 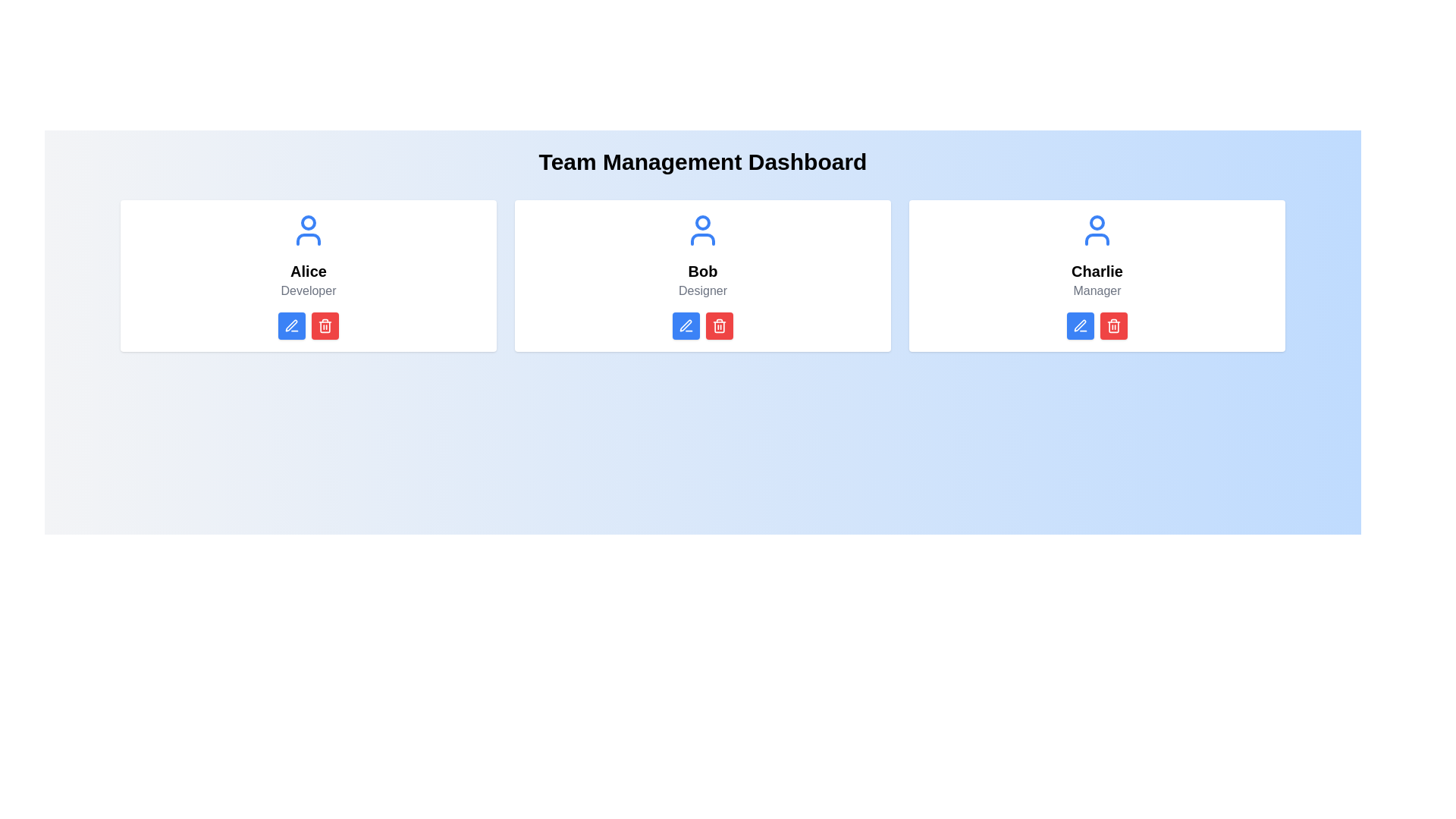 I want to click on the edit button located below the 'Charlie' card in the 'Team Management Dashboard' interface to modify details associated with the card, so click(x=1080, y=325).